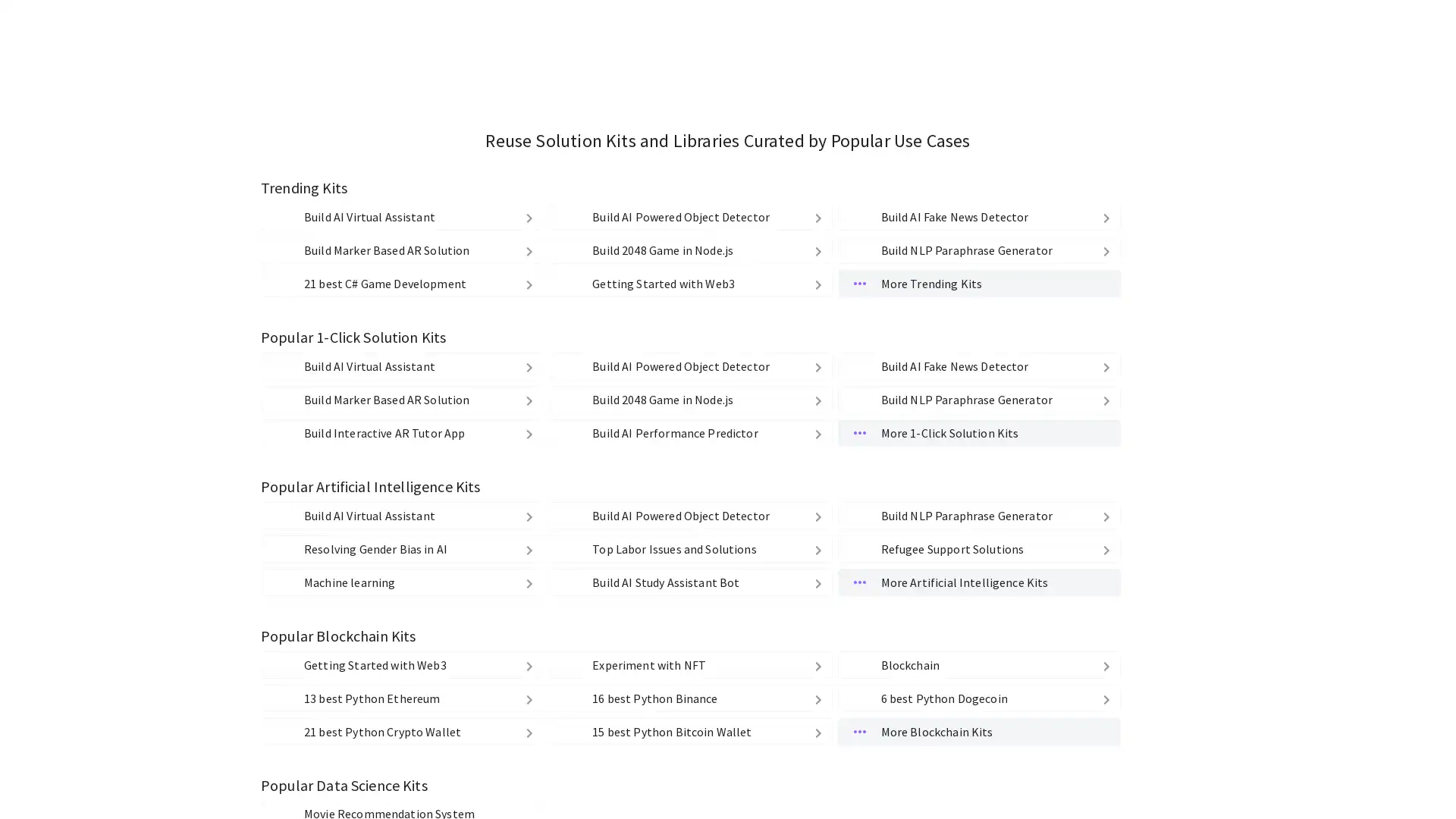 The width and height of the screenshot is (1456, 819). Describe the element at coordinates (534, 380) in the screenshot. I see `Python Python` at that location.